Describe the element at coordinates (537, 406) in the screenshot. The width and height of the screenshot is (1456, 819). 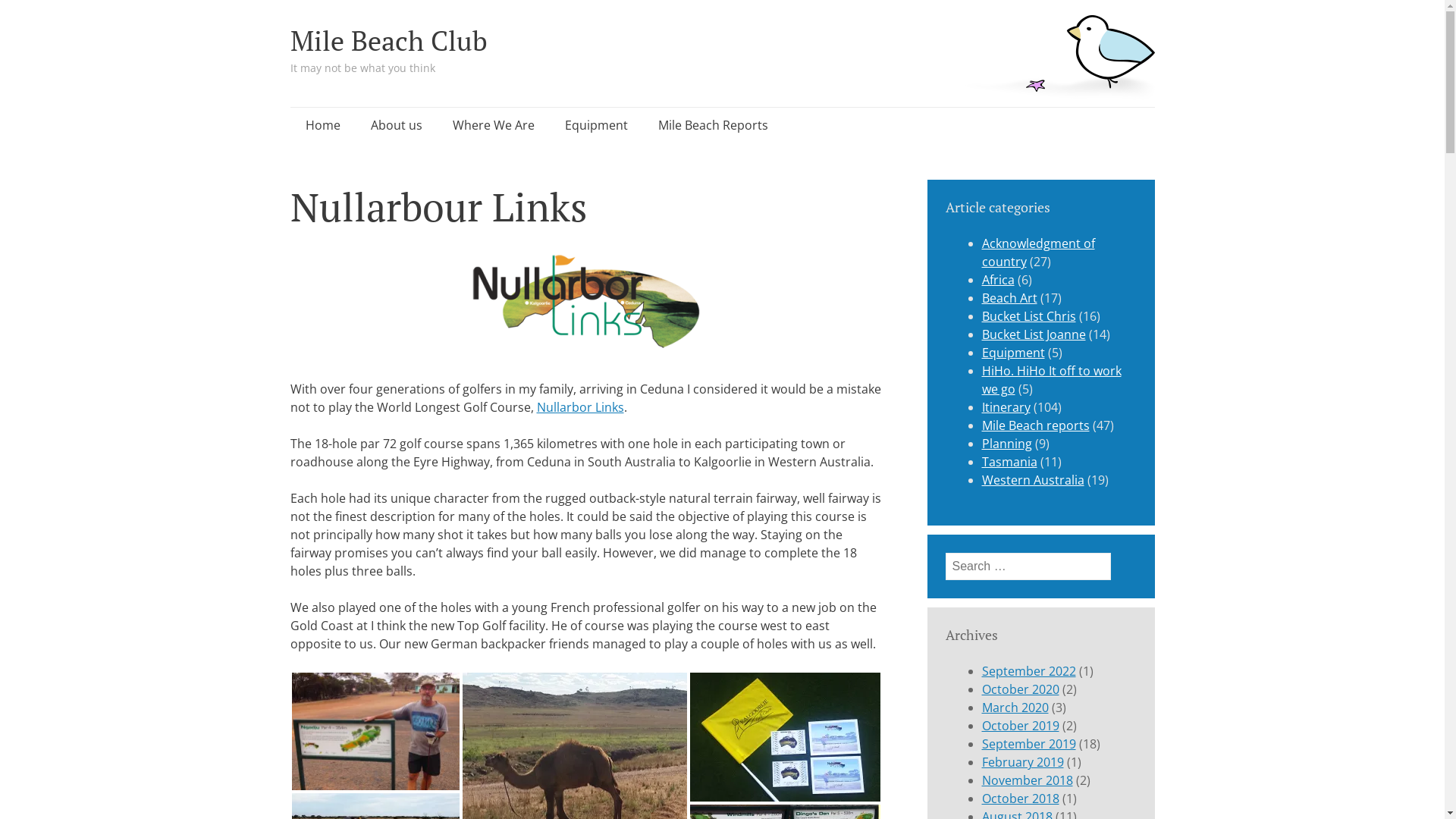
I see `'Nullarbor Links'` at that location.